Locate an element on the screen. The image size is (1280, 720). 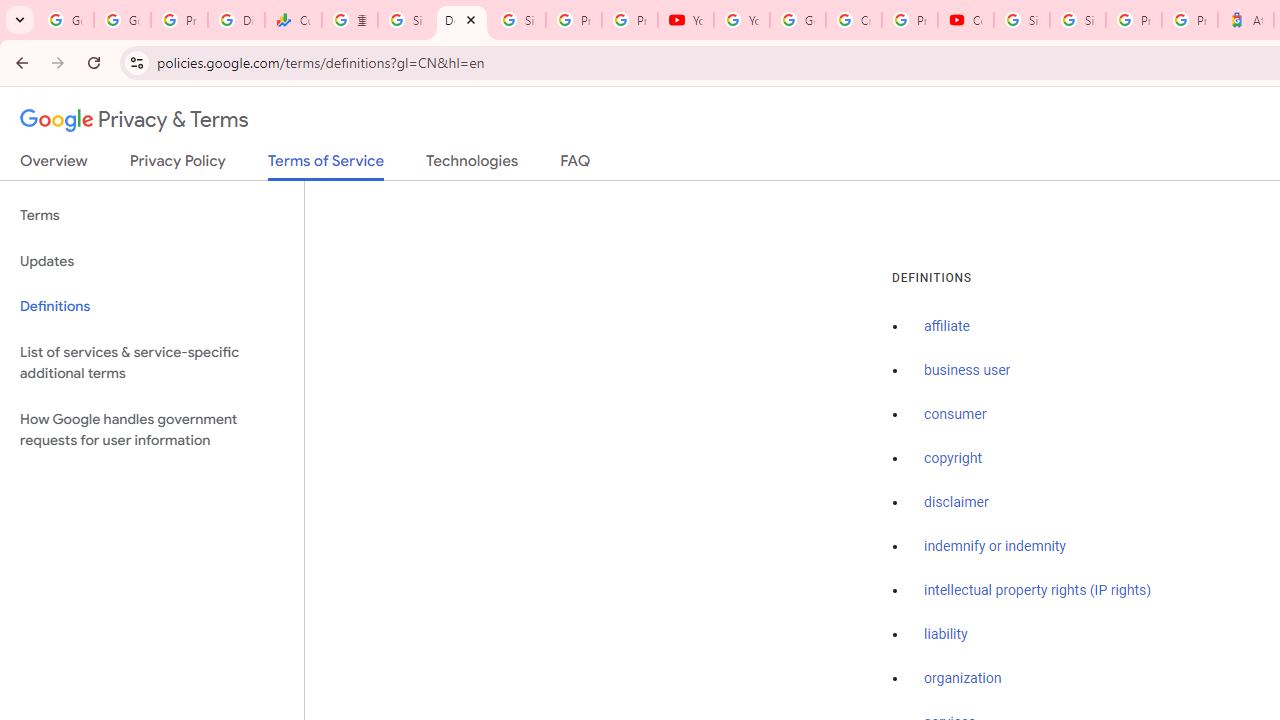
'Currencies - Google Finance' is located at coordinates (292, 20).